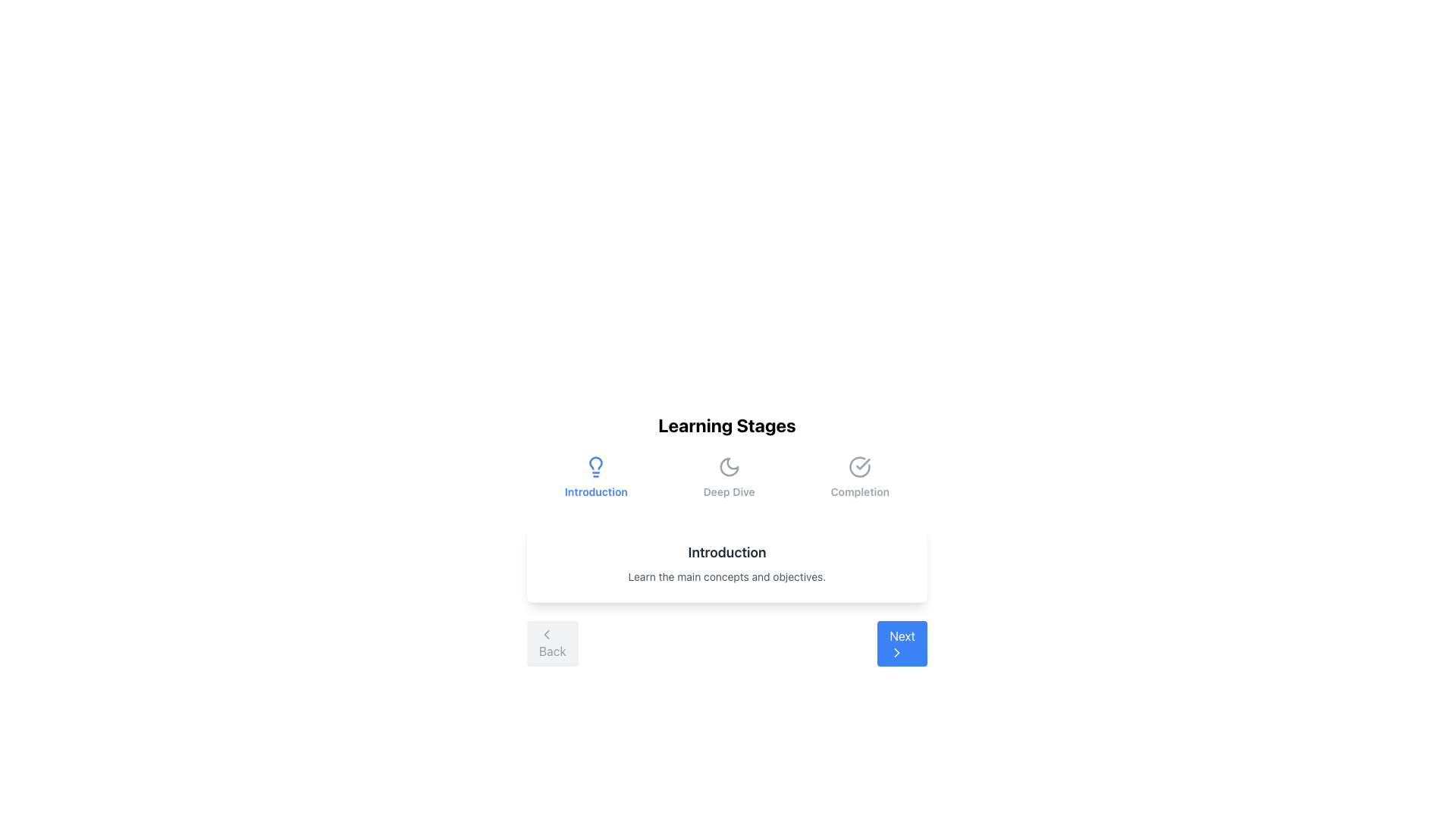 The width and height of the screenshot is (1456, 819). Describe the element at coordinates (595, 491) in the screenshot. I see `the 'Introduction' label, which is styled in a small, bold font with blue color and is located below a lightbulb icon in a group of three items` at that location.